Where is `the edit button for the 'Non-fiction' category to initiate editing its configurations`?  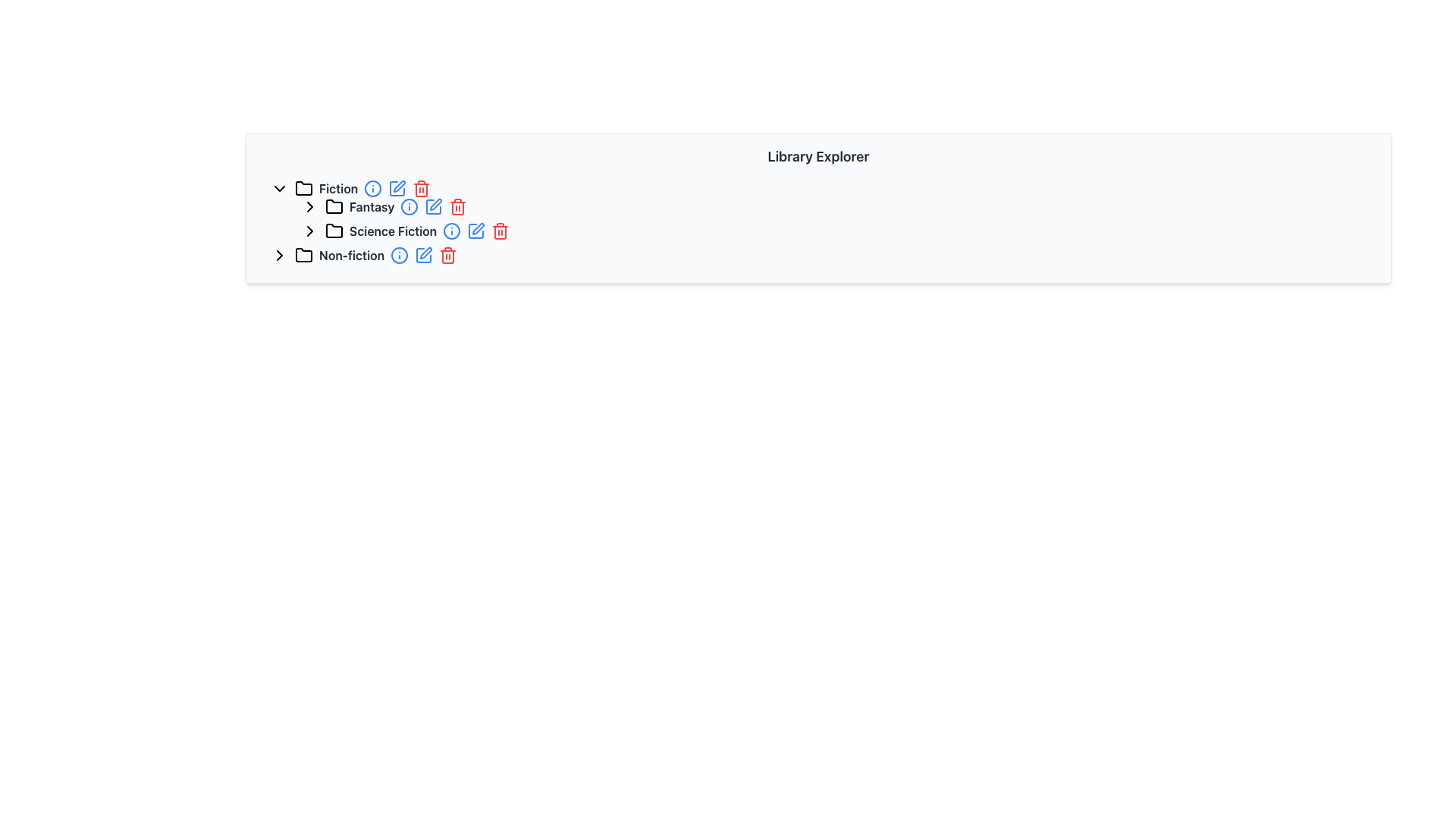 the edit button for the 'Non-fiction' category to initiate editing its configurations is located at coordinates (424, 254).